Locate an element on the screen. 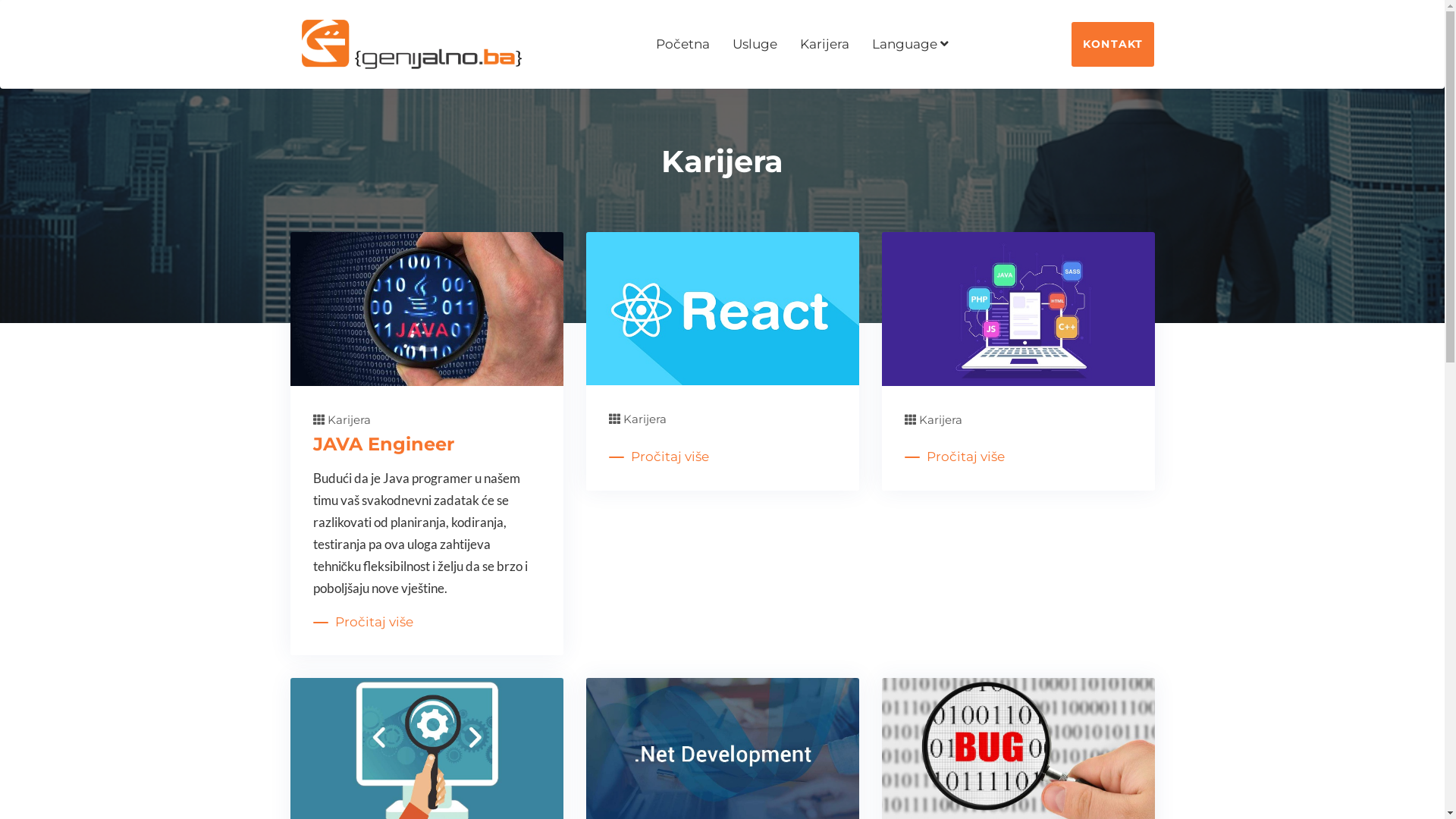 Image resolution: width=1456 pixels, height=819 pixels. 'KONTAKT' is located at coordinates (1112, 43).